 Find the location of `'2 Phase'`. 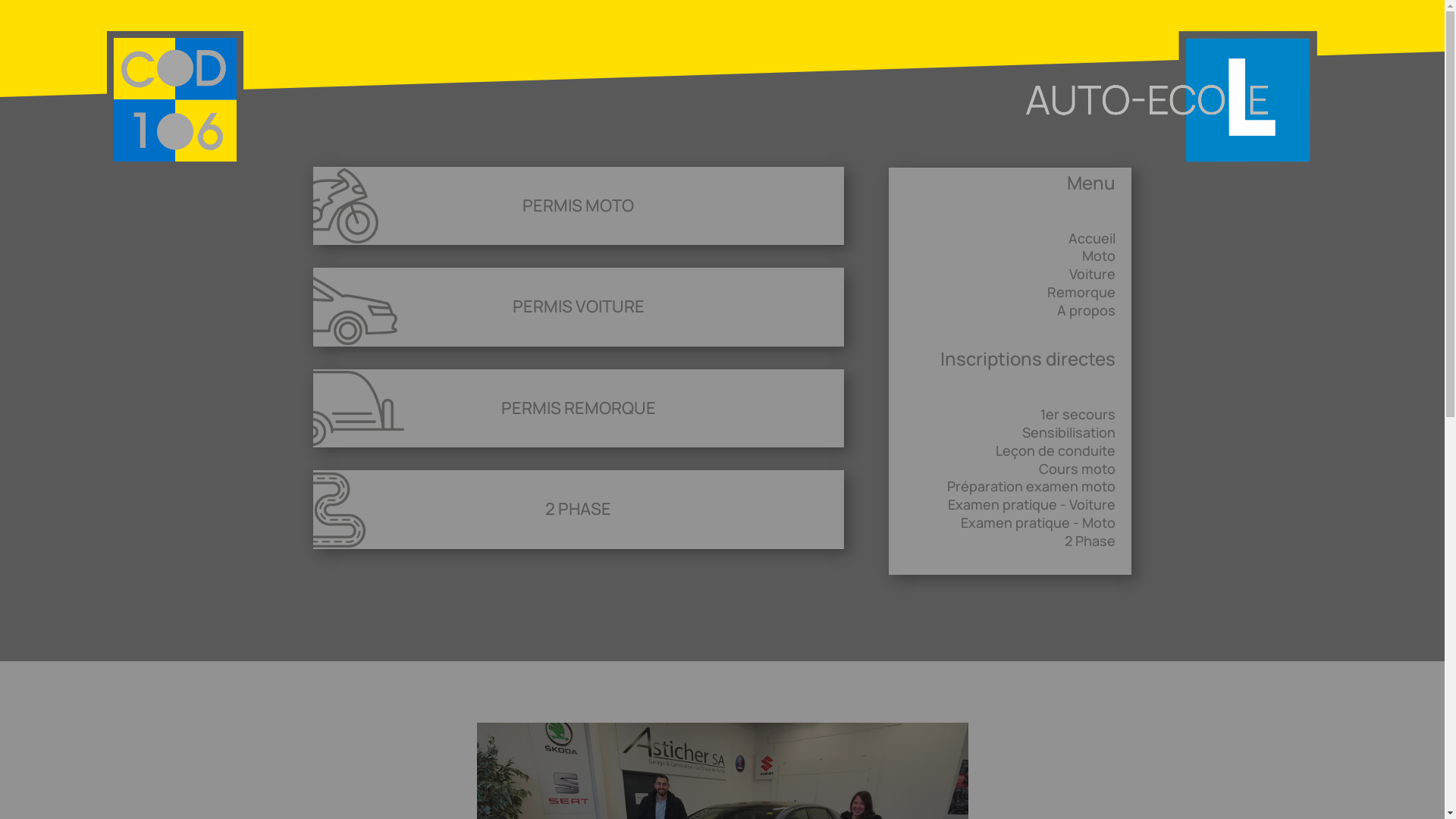

'2 Phase' is located at coordinates (1089, 540).